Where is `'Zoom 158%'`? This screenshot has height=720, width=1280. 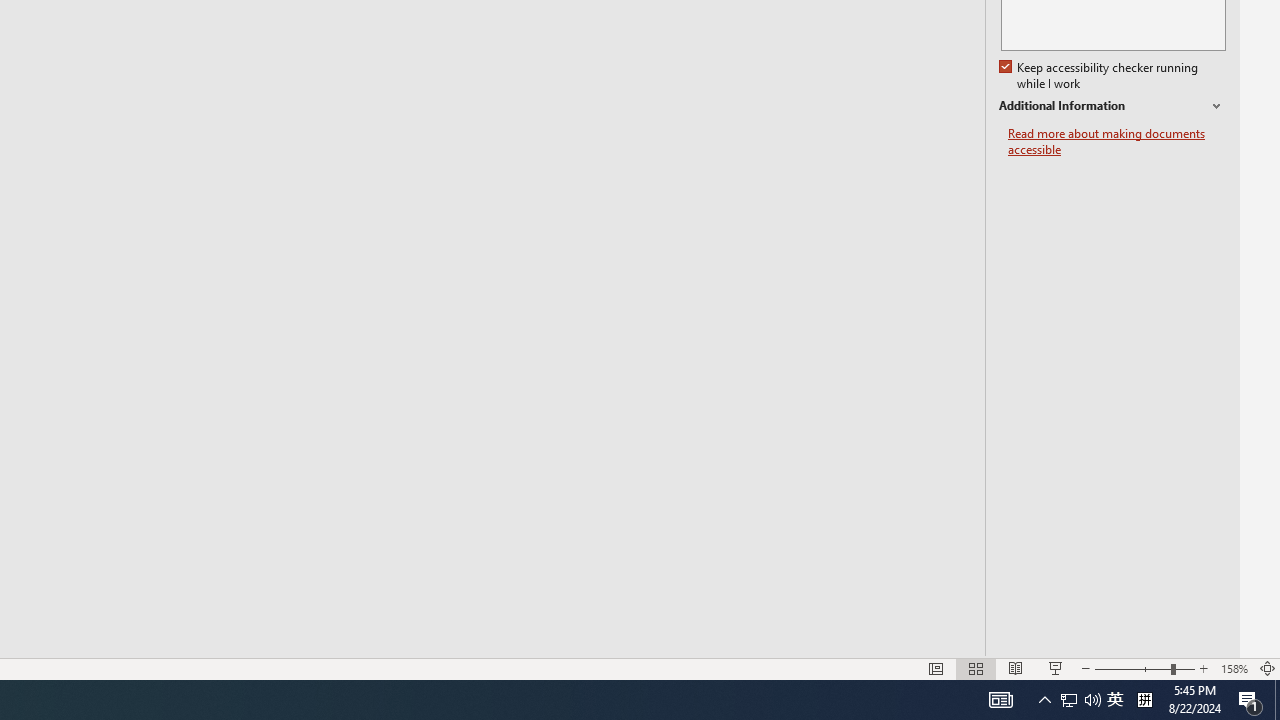 'Zoom 158%' is located at coordinates (1233, 669).